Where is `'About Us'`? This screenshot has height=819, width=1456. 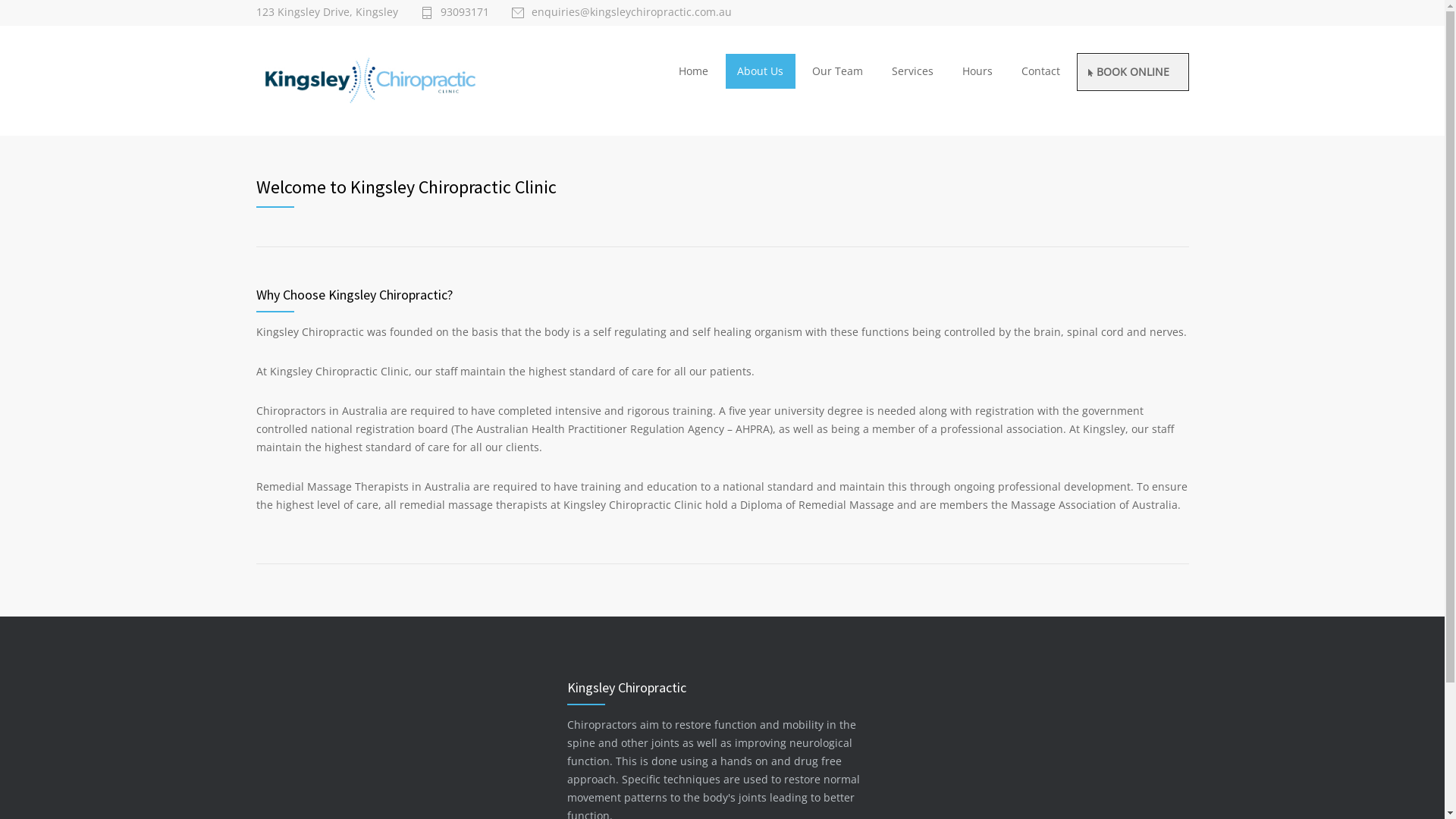 'About Us' is located at coordinates (761, 71).